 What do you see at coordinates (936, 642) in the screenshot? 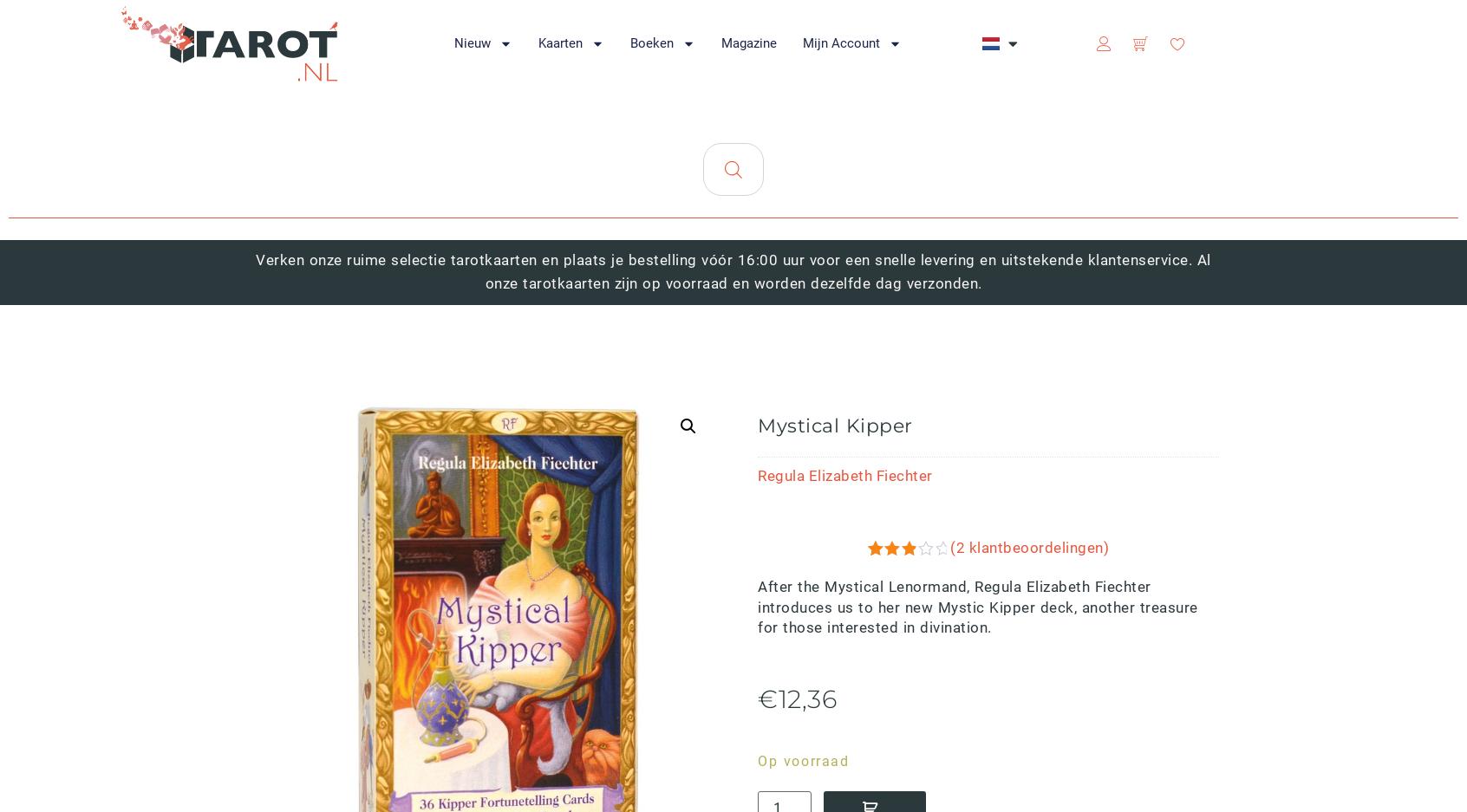
I see `'klantbeoordelingen'` at bounding box center [936, 642].